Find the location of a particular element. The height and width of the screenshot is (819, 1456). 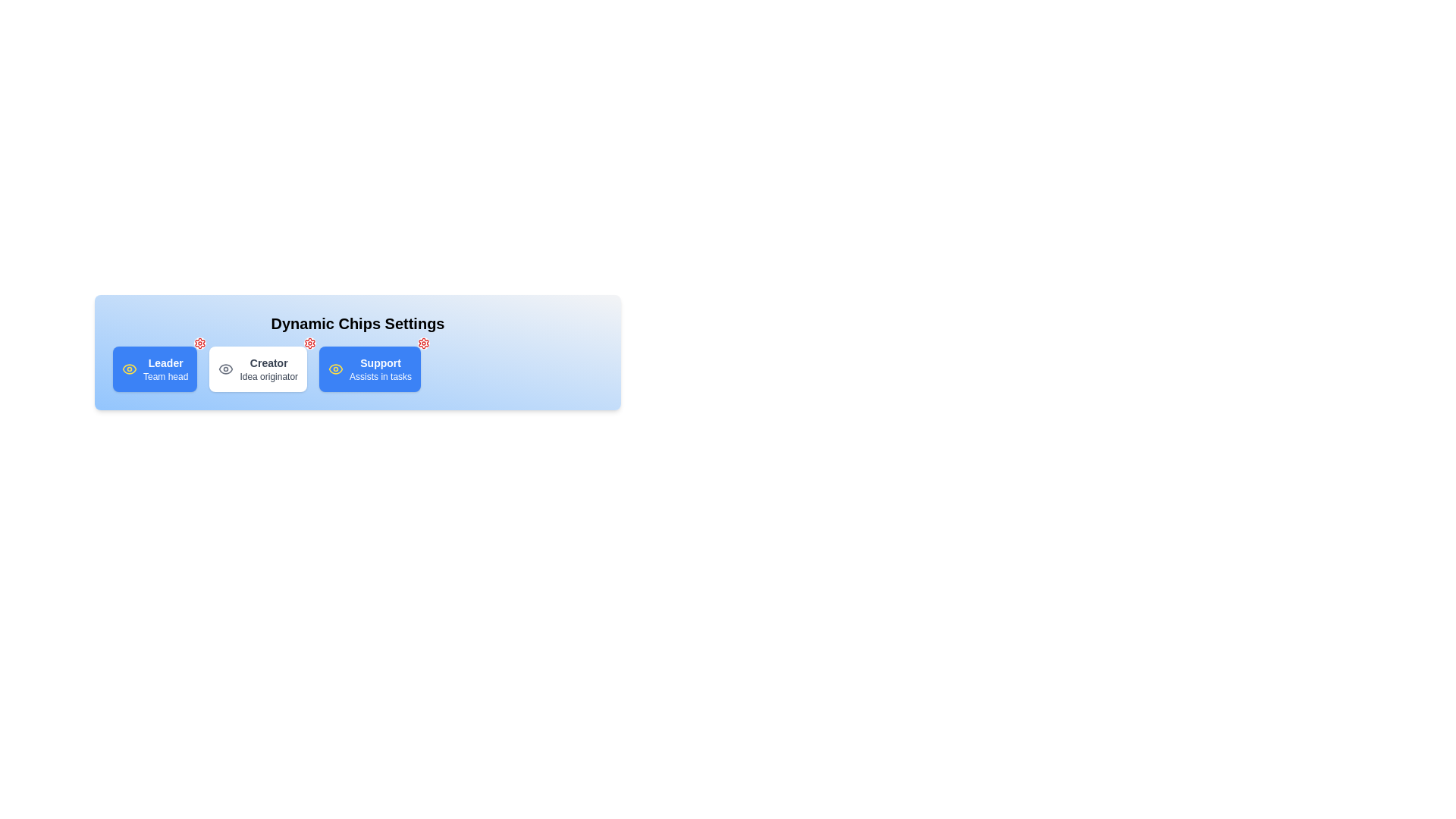

the chip labeled Support to toggle its active state is located at coordinates (370, 369).